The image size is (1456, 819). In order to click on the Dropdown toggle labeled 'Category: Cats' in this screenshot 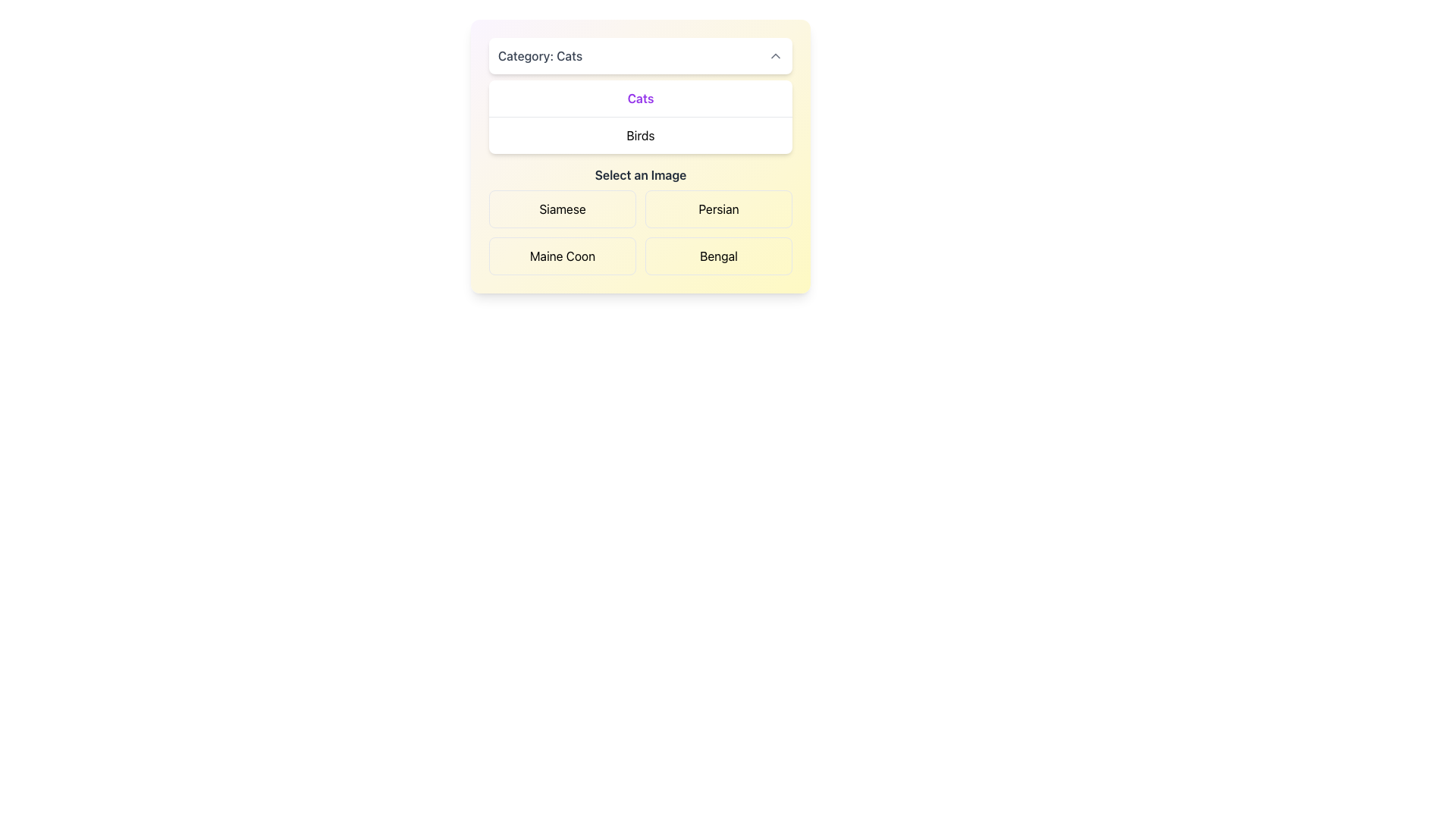, I will do `click(640, 55)`.